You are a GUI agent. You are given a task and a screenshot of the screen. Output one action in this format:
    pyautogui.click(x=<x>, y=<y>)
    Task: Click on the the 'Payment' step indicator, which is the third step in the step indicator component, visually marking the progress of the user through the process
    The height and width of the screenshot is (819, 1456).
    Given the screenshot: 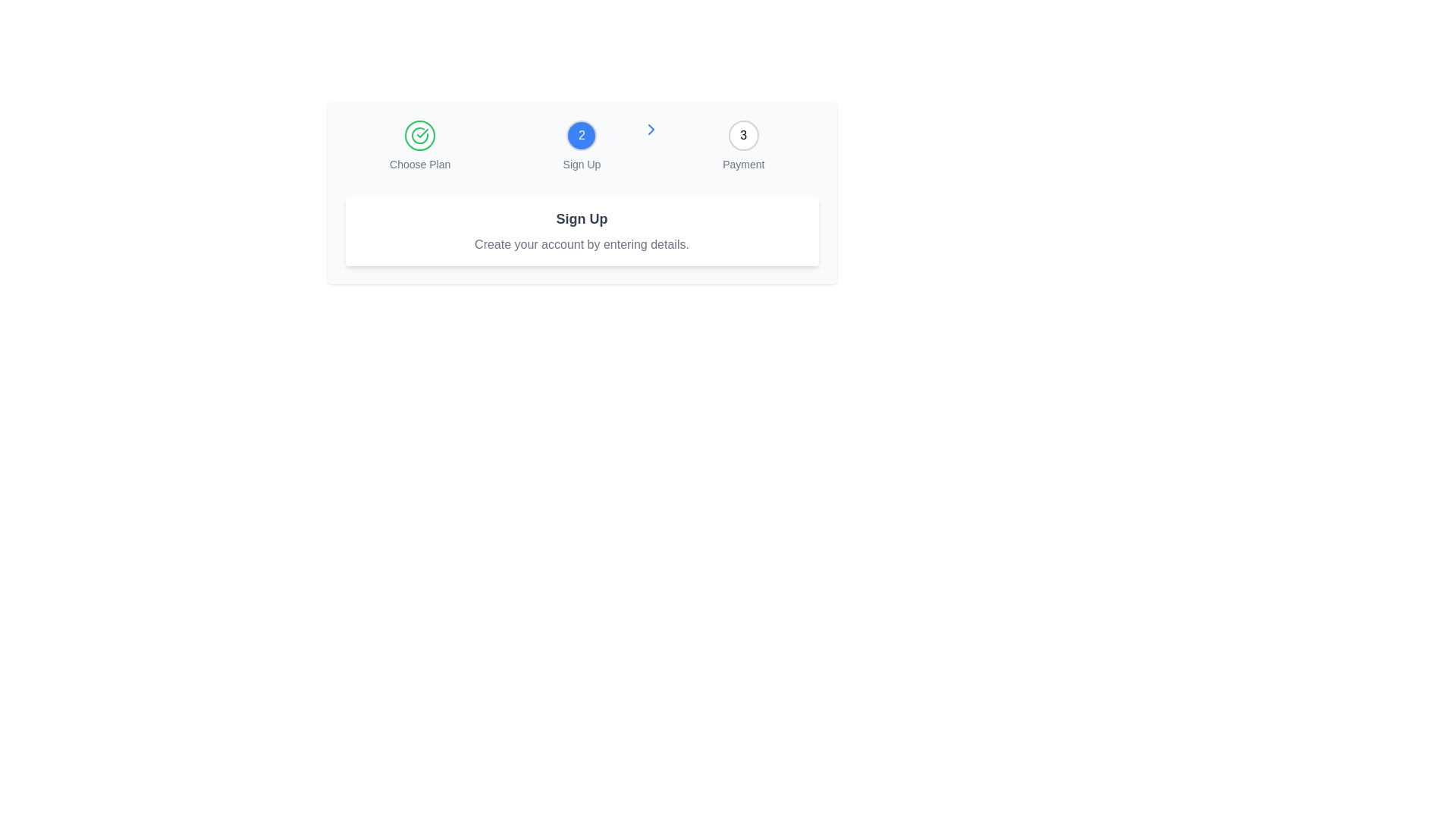 What is the action you would take?
    pyautogui.click(x=743, y=134)
    